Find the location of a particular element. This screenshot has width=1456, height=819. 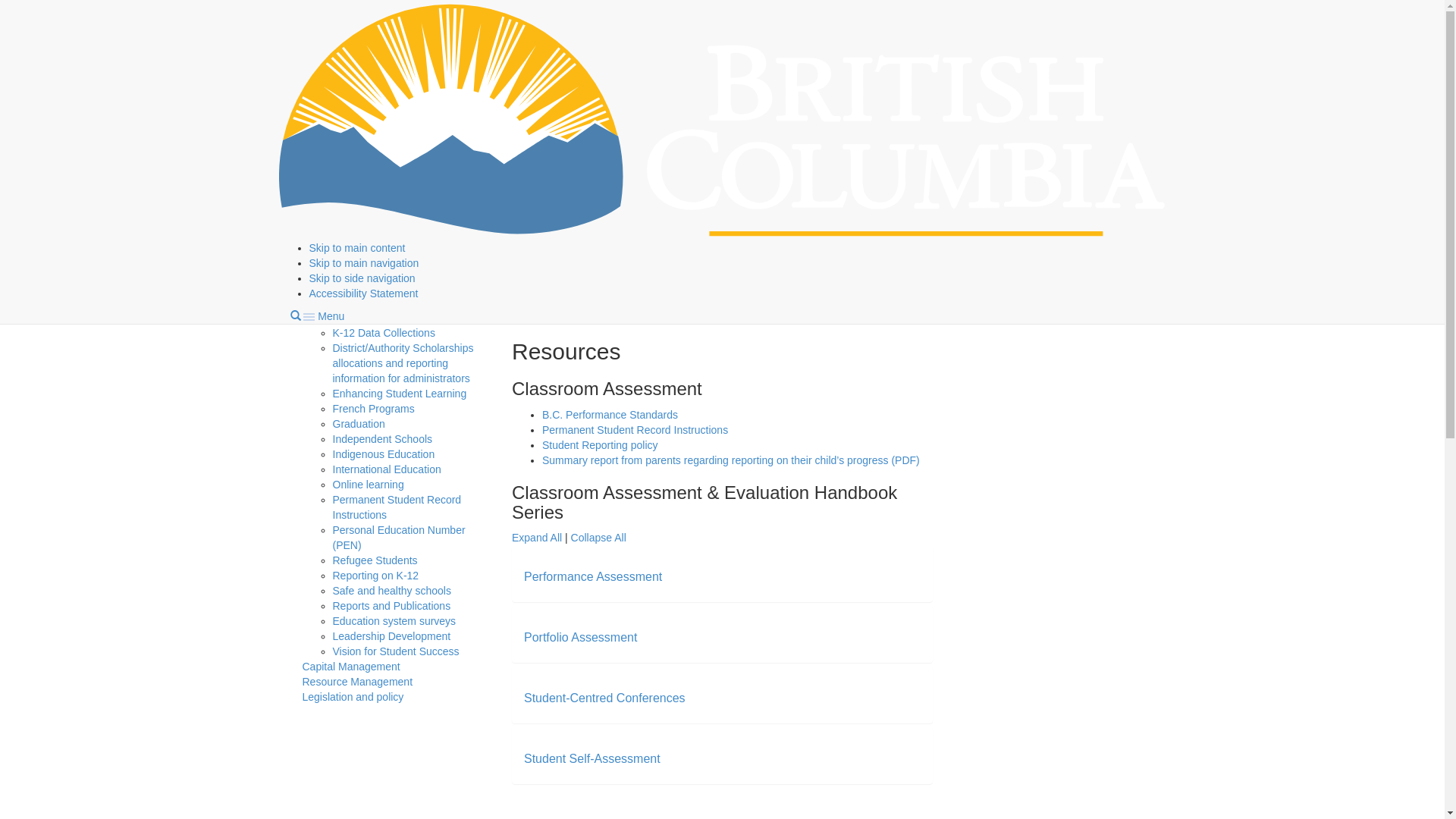

'Kindergarten to Grade 12' is located at coordinates (528, 14).